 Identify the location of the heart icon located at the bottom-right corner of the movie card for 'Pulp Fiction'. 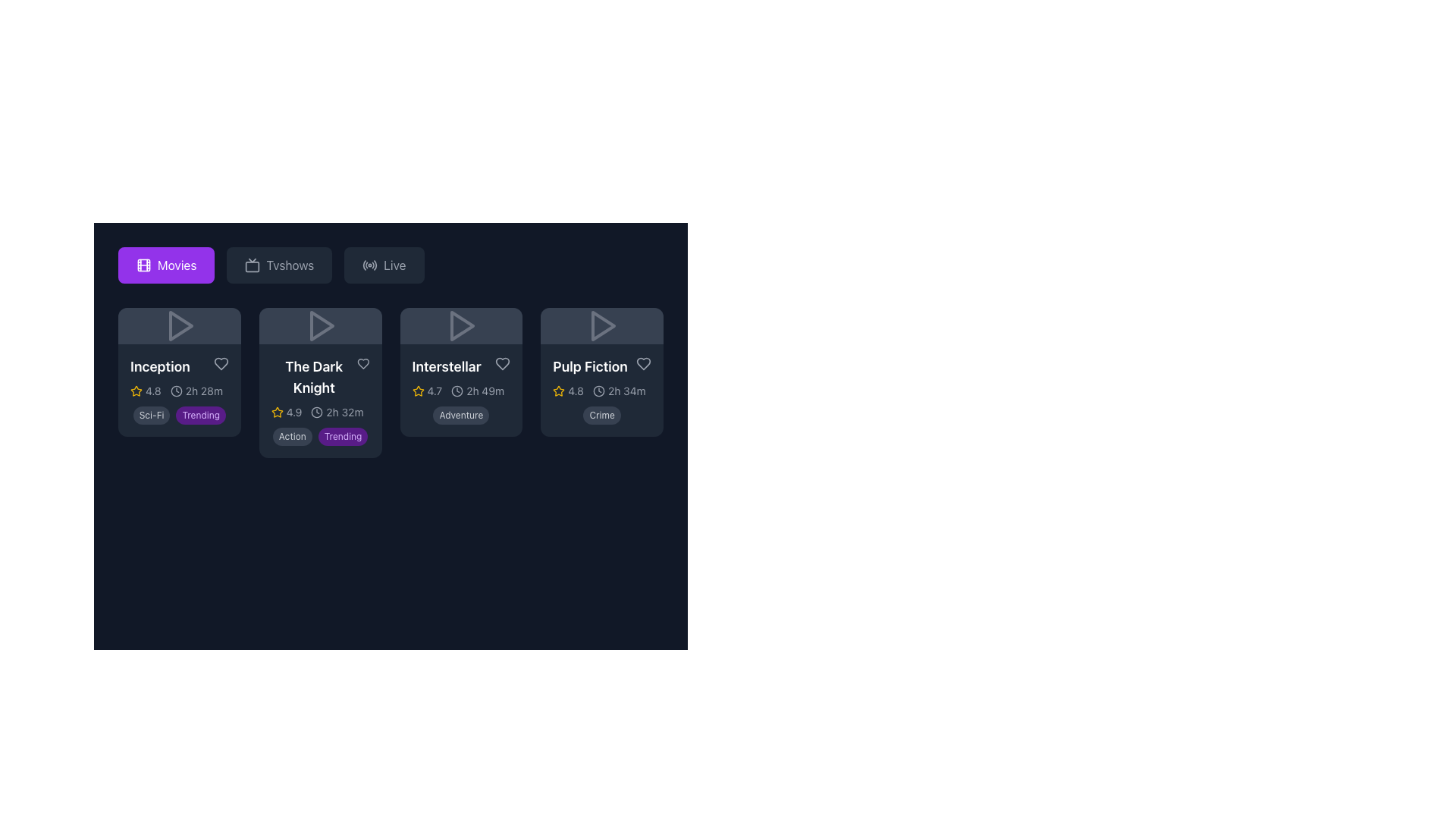
(644, 363).